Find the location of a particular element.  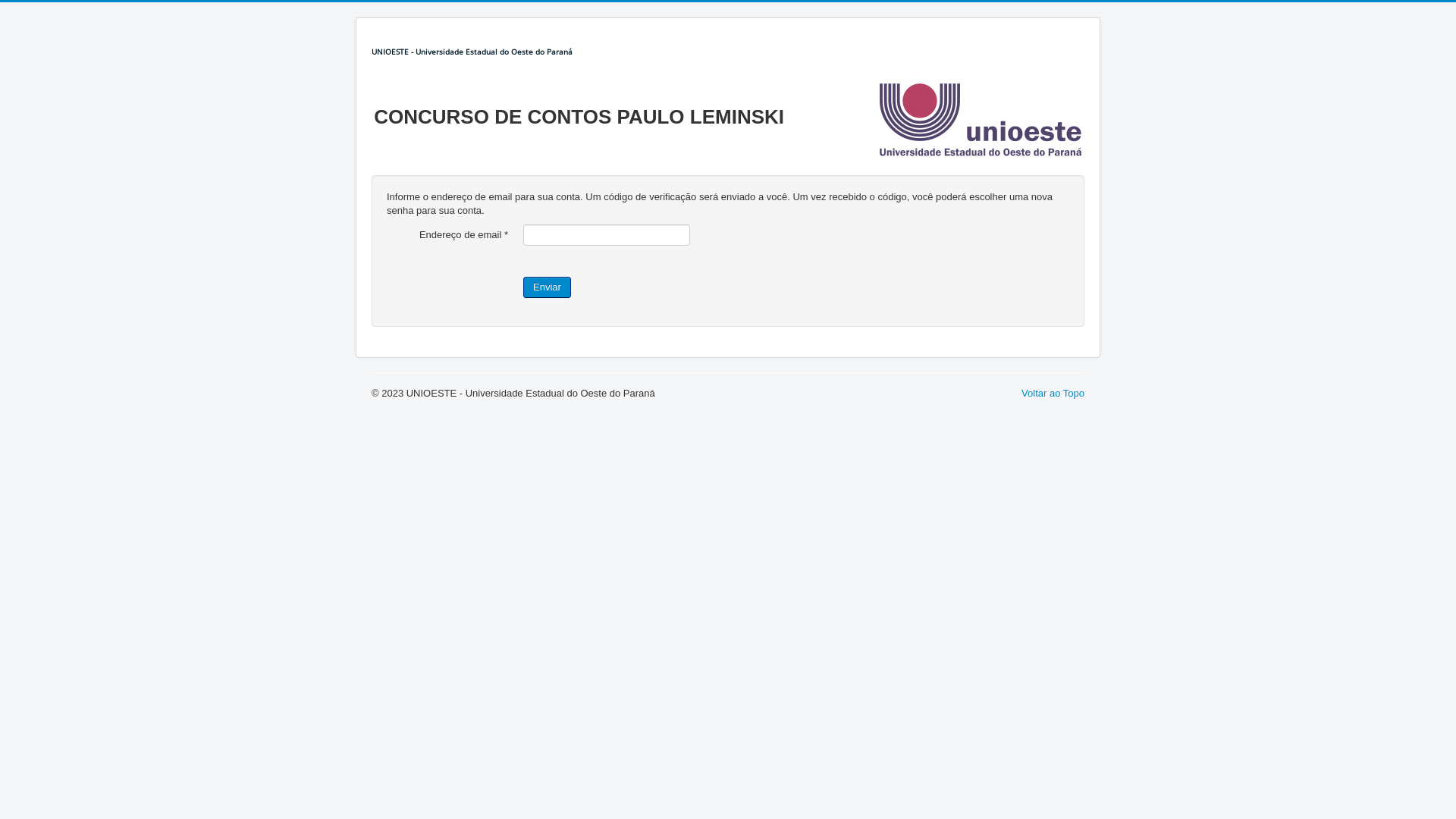

'Enviar' is located at coordinates (523, 287).